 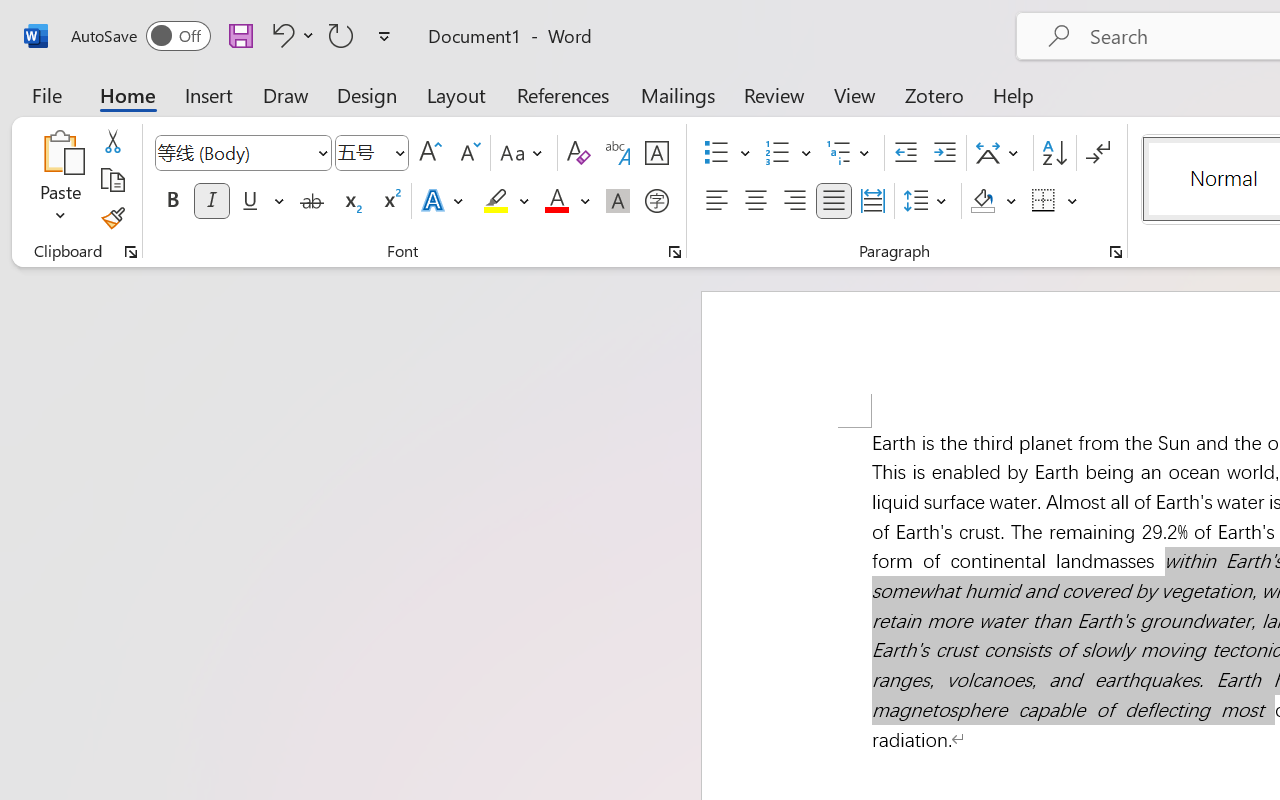 What do you see at coordinates (1114, 251) in the screenshot?
I see `'Paragraph...'` at bounding box center [1114, 251].